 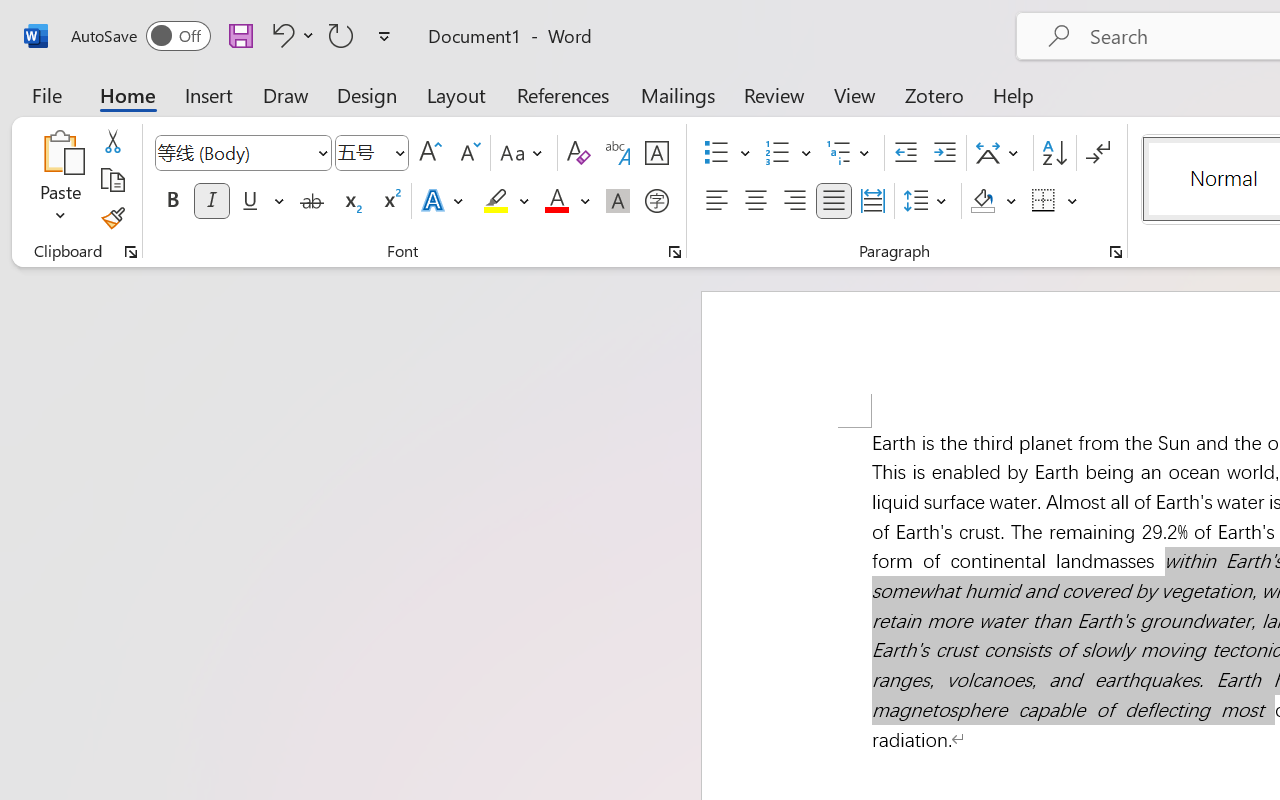 What do you see at coordinates (1114, 251) in the screenshot?
I see `'Paragraph...'` at bounding box center [1114, 251].